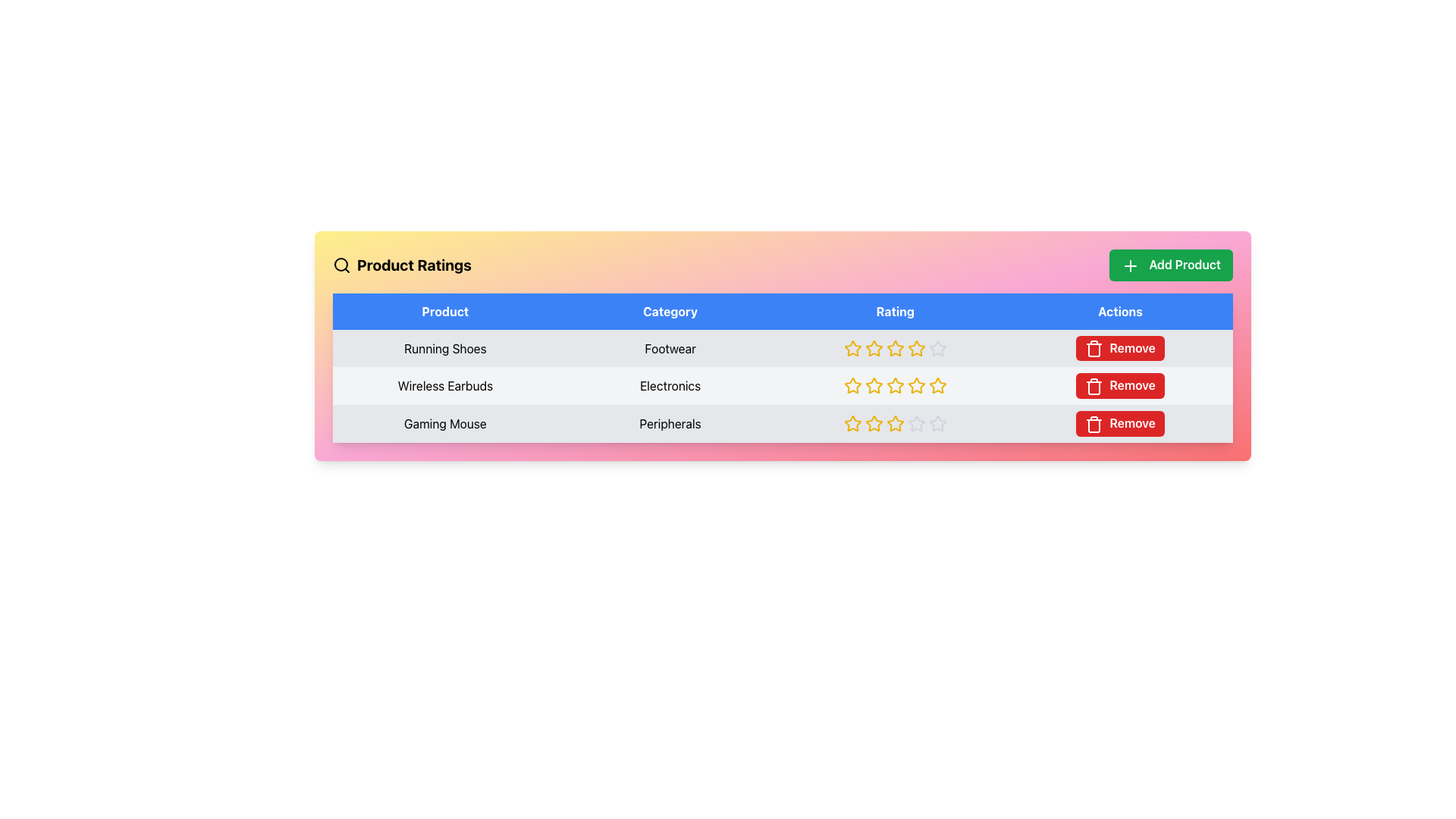  What do you see at coordinates (1120, 348) in the screenshot?
I see `the red 'Remove' button with rounded corners that has white text and a trash can icon, located in the 'Actions' column for 'Wireless Earbuds'` at bounding box center [1120, 348].